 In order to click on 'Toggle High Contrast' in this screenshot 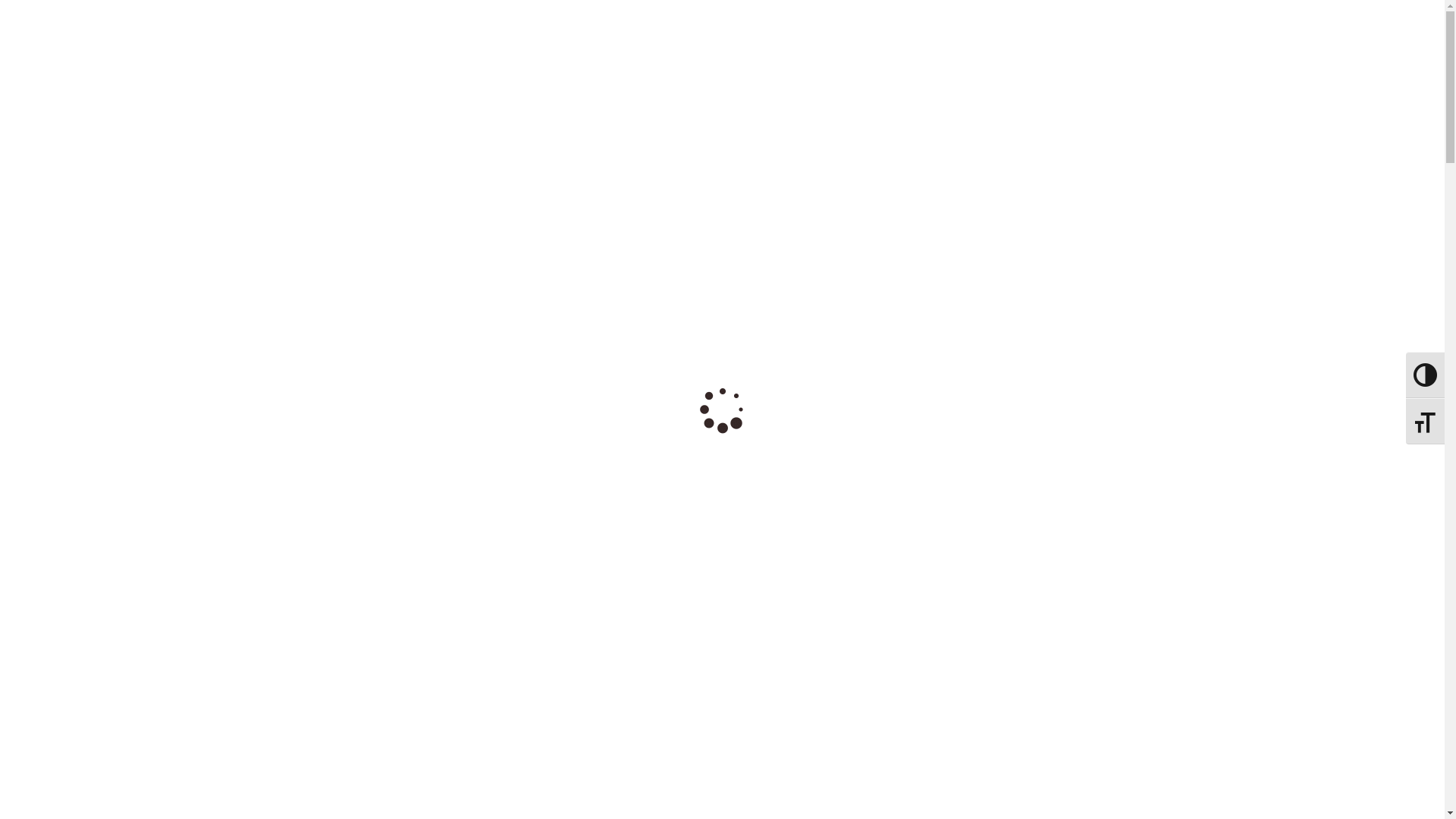, I will do `click(1404, 375)`.